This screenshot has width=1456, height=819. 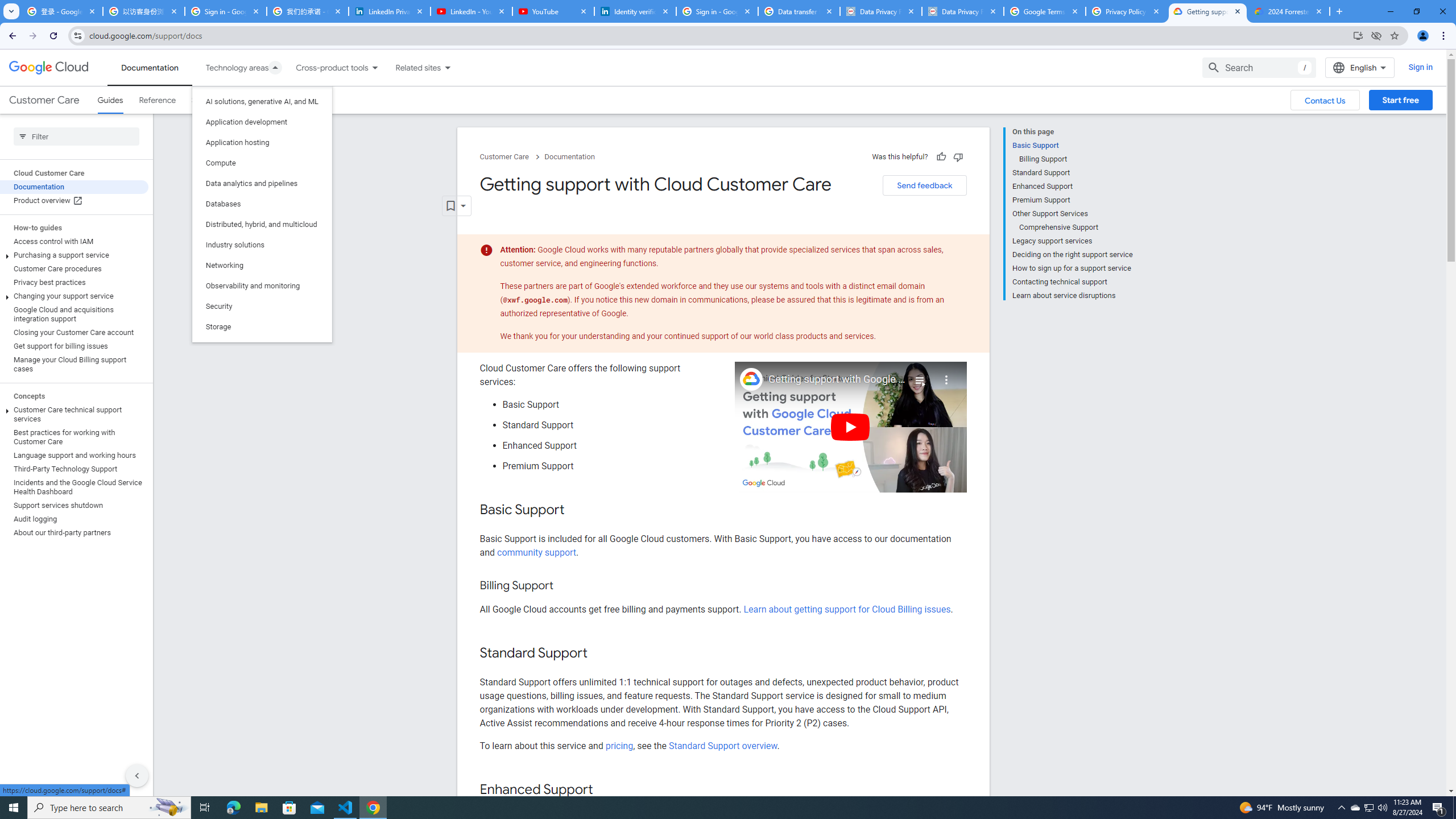 What do you see at coordinates (1400, 100) in the screenshot?
I see `'Start free'` at bounding box center [1400, 100].